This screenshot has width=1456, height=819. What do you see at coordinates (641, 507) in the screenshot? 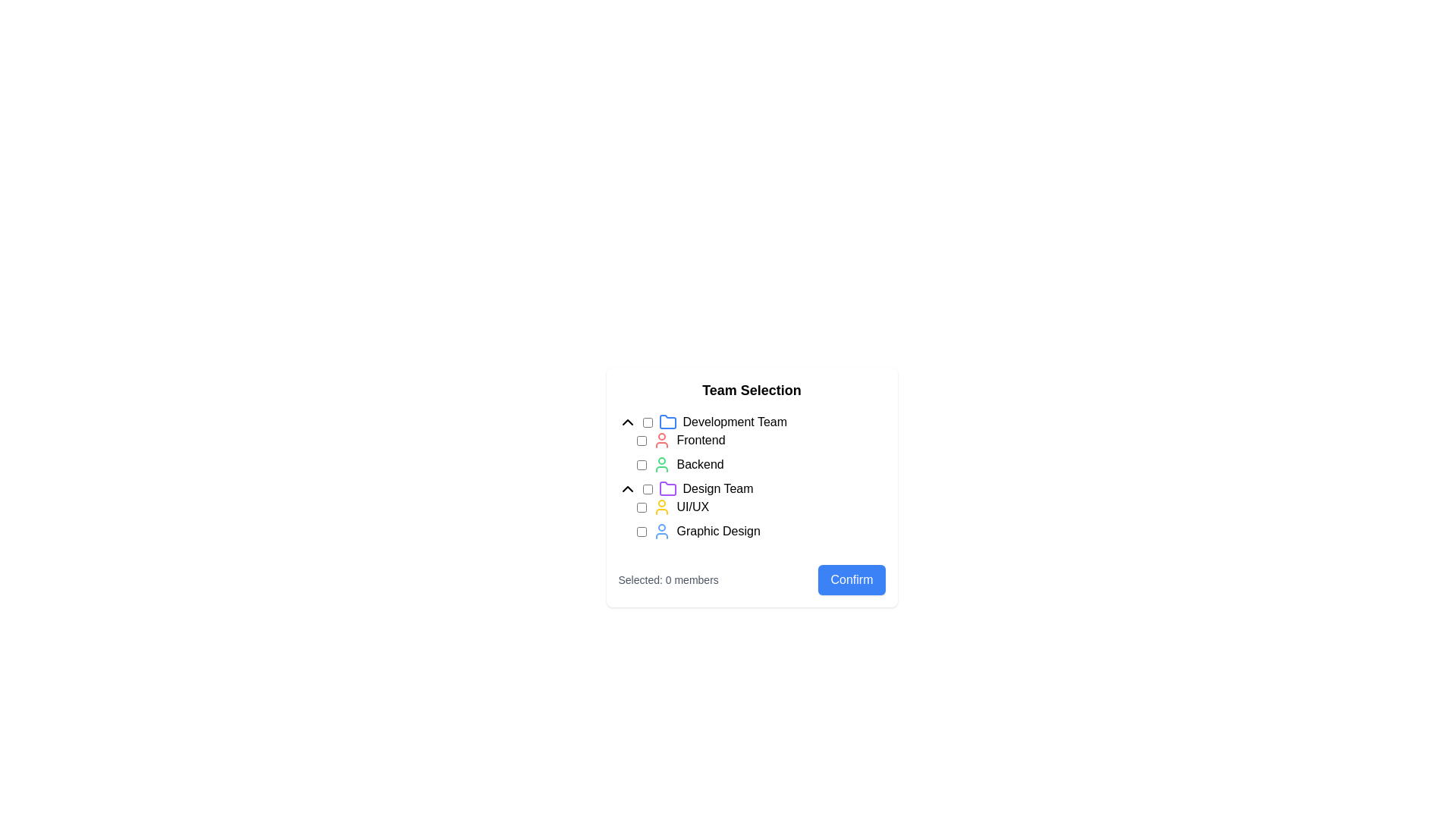
I see `the small square checkbox located next to the label 'UI/UX' in the 'Design Team' section` at bounding box center [641, 507].